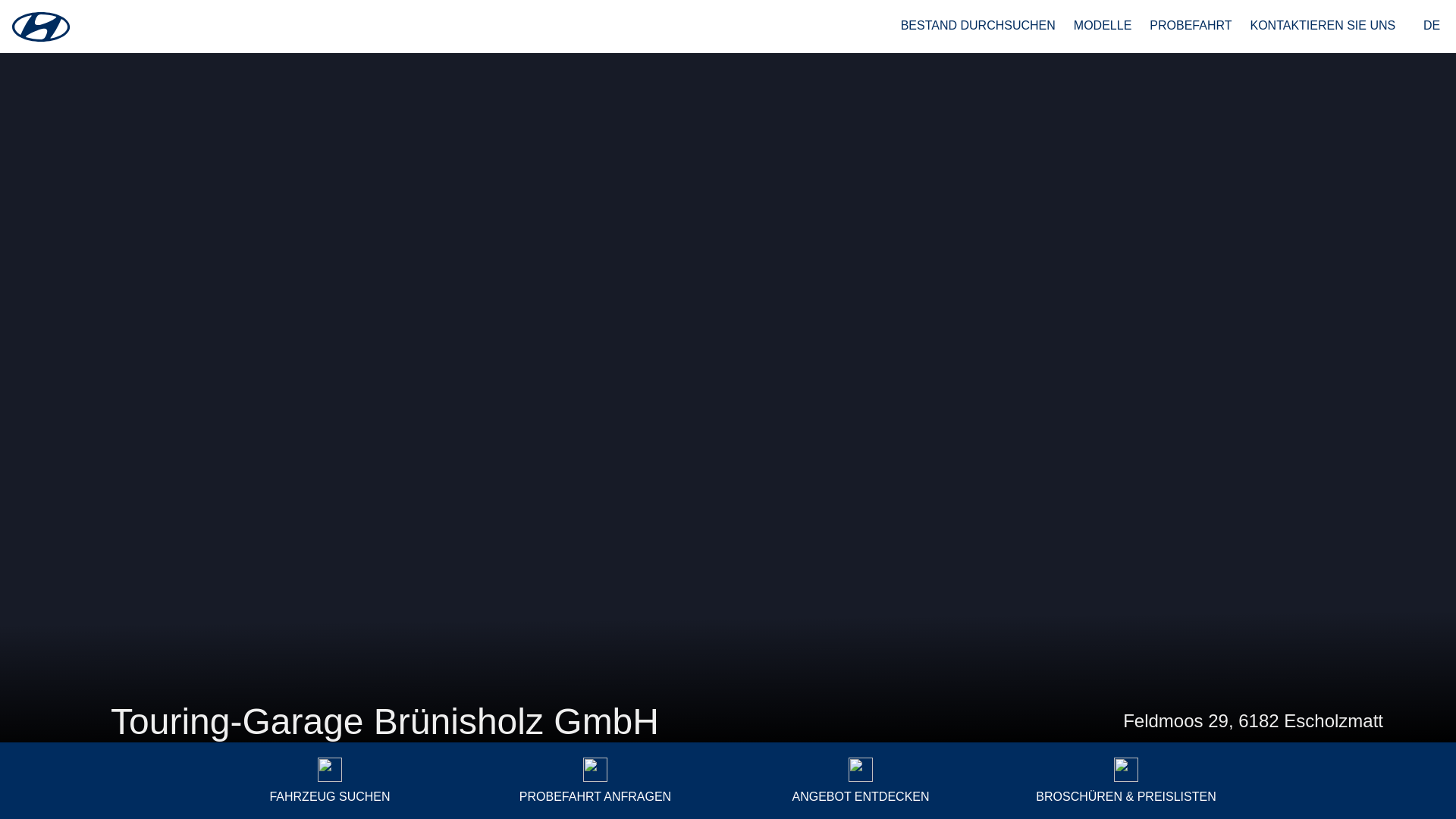 The width and height of the screenshot is (1456, 819). Describe the element at coordinates (329, 780) in the screenshot. I see `'FAHRZEUG SUCHEN'` at that location.